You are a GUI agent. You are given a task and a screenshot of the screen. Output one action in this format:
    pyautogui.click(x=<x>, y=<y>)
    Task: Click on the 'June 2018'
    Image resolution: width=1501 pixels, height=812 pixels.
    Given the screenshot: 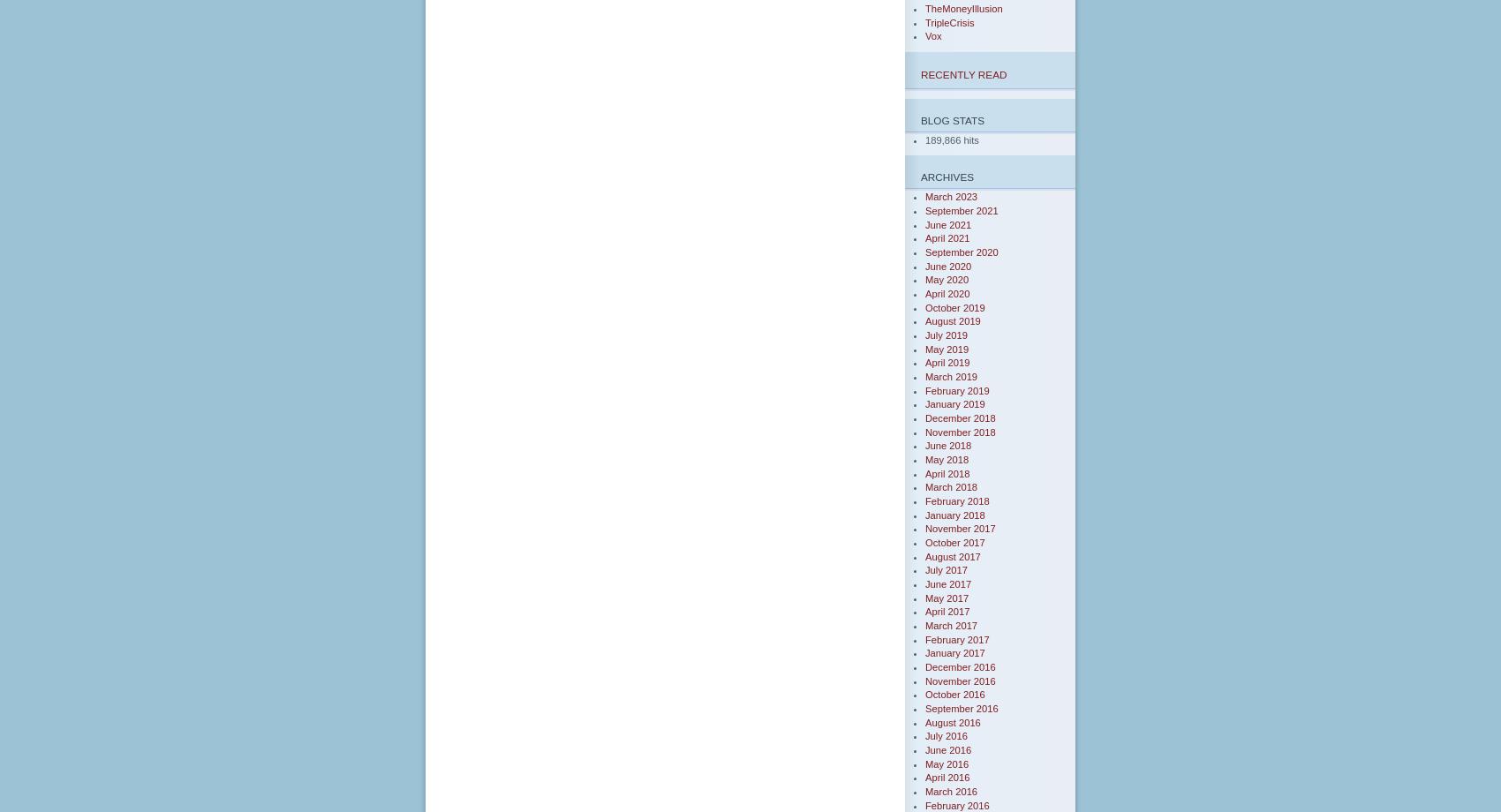 What is the action you would take?
    pyautogui.click(x=948, y=445)
    